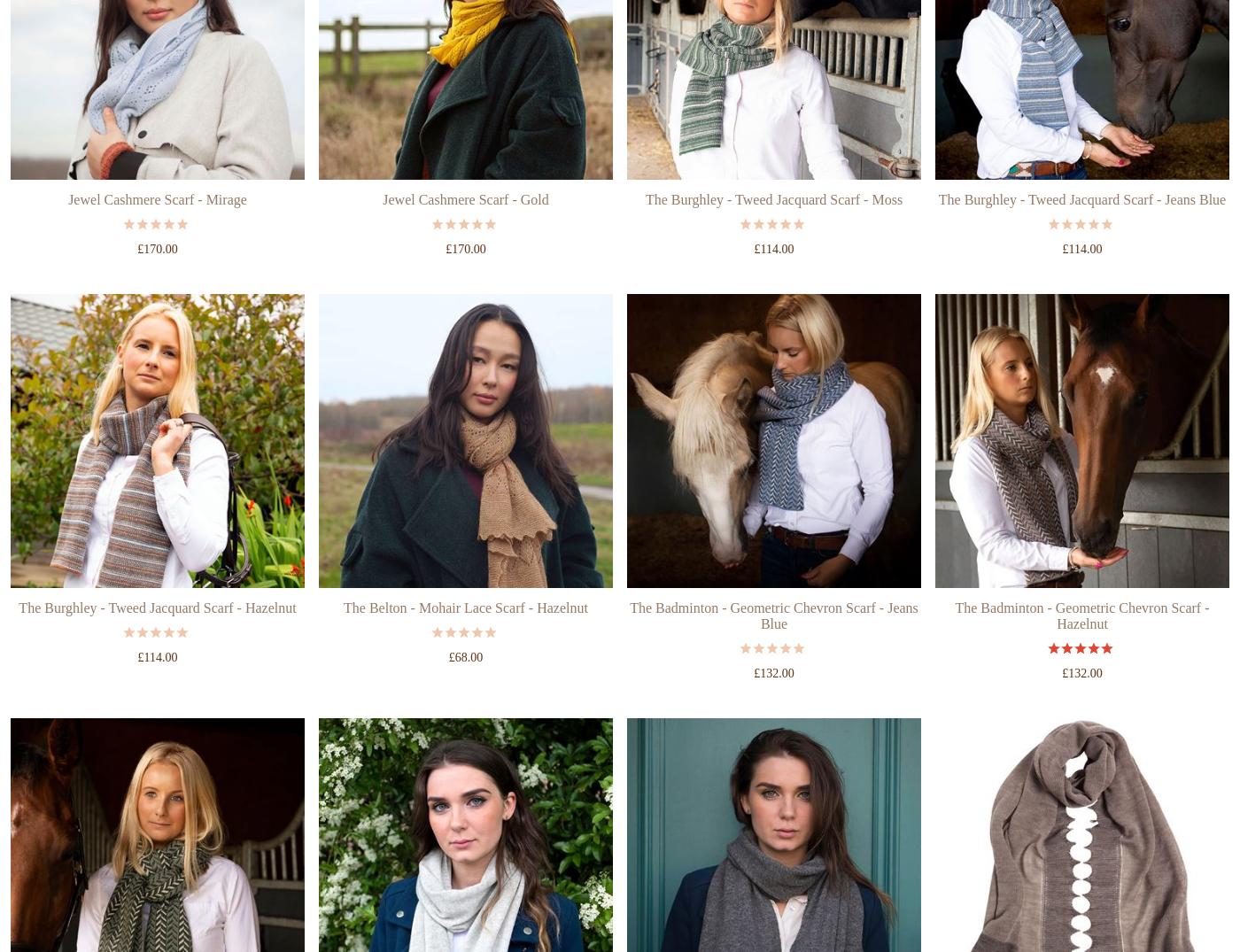 The width and height of the screenshot is (1240, 952). Describe the element at coordinates (1081, 682) in the screenshot. I see `'The Badminton - Geometric Chevron Scarf - Hazelnut'` at that location.